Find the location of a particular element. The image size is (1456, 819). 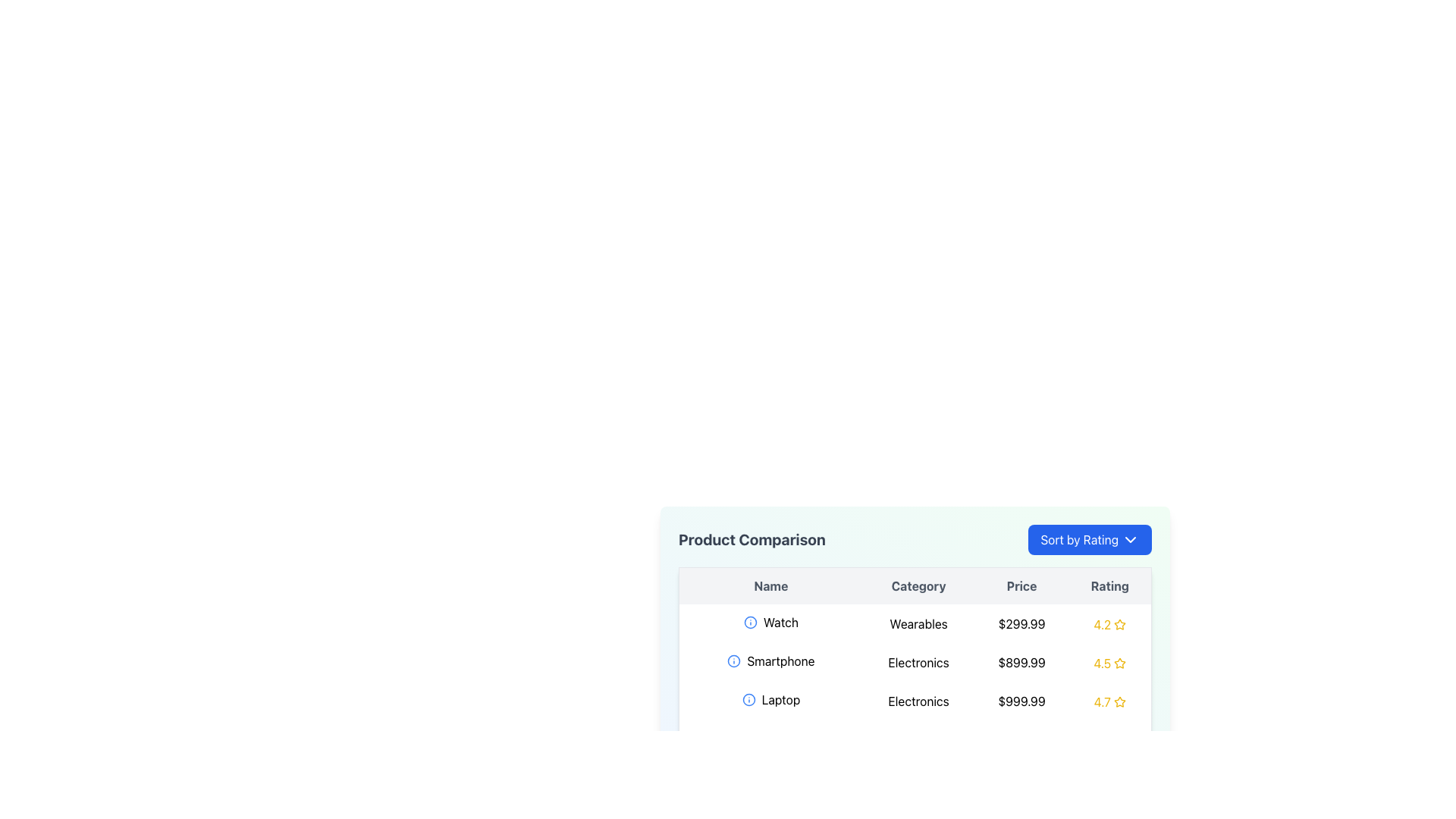

the first row of the product comparison table that contains product details such as name, category, price, and rating is located at coordinates (914, 623).